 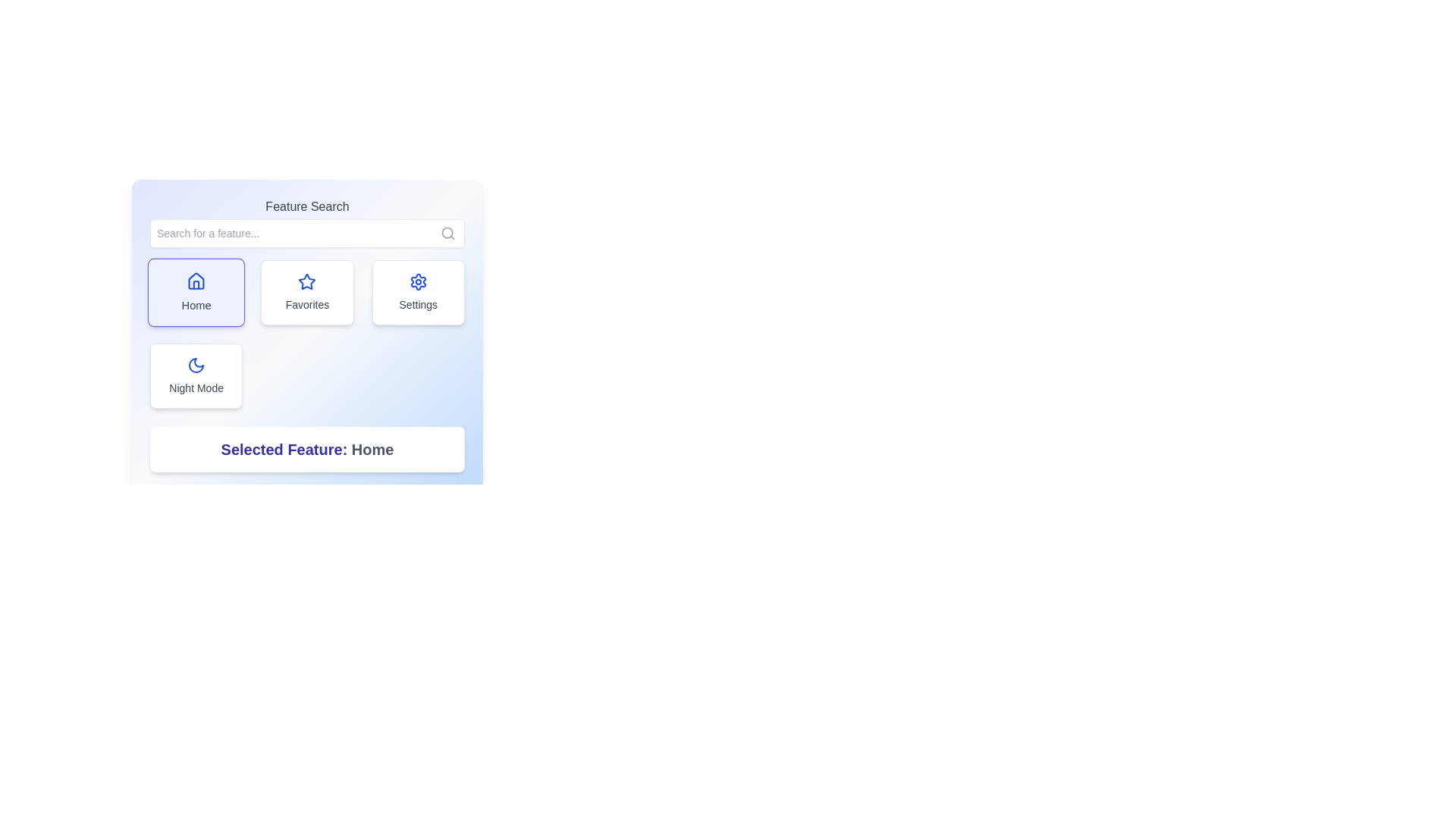 What do you see at coordinates (196, 281) in the screenshot?
I see `the 'Home' SVG icon located in the top-left corner of the icon grid, which serves as a visual indicator for the home feature of the application` at bounding box center [196, 281].